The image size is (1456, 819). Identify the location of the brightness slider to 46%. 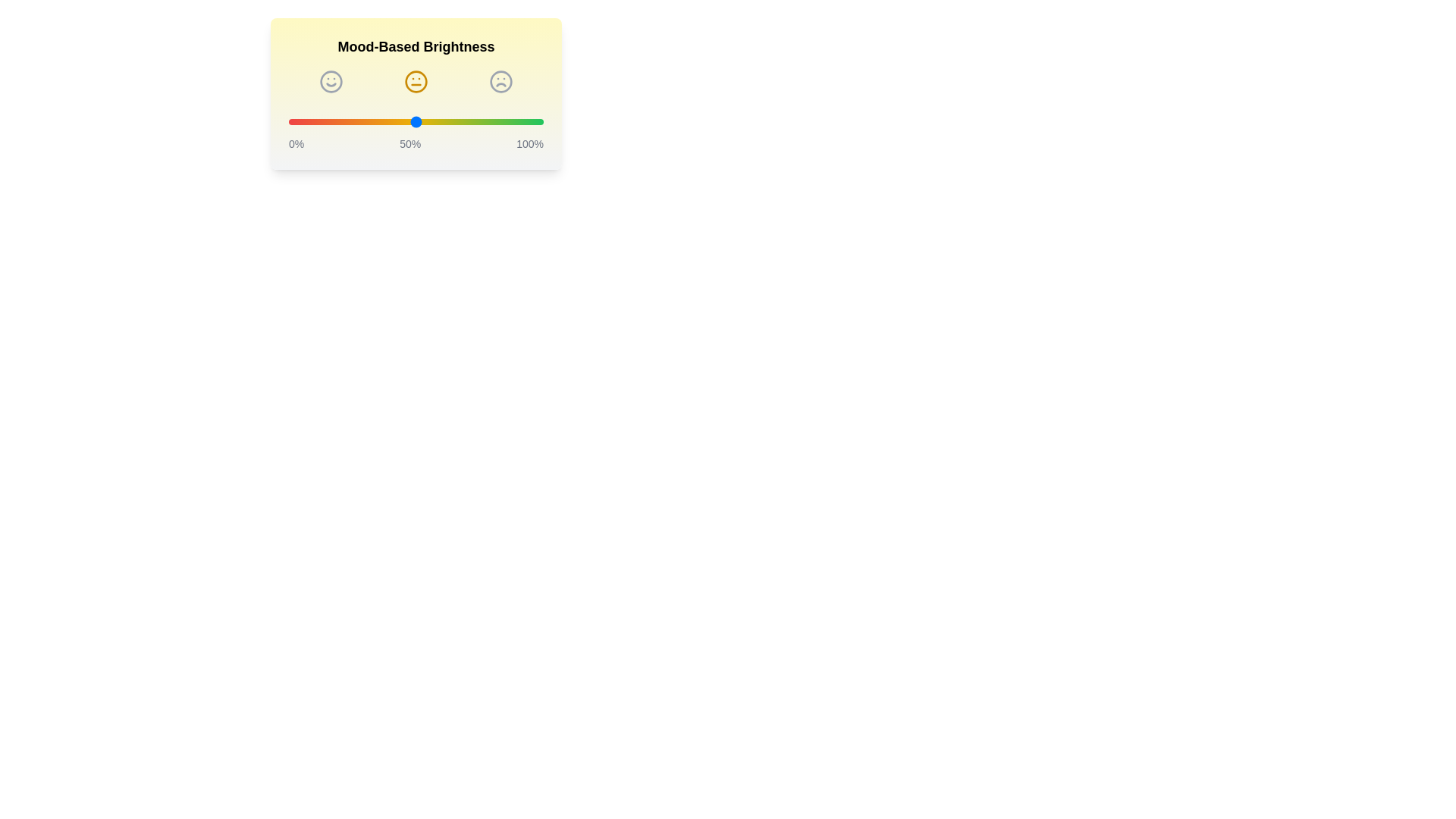
(406, 121).